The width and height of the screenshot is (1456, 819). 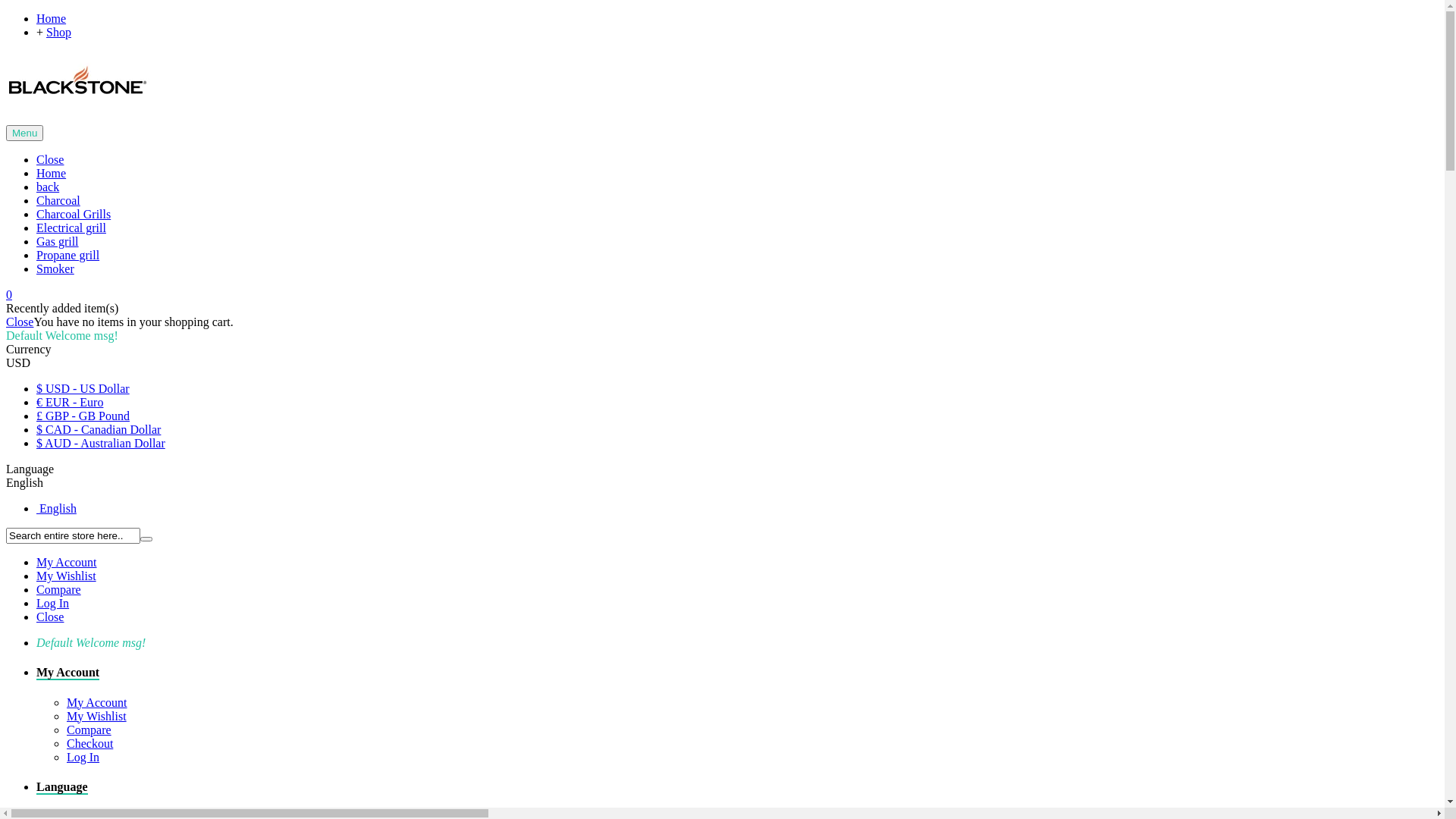 What do you see at coordinates (9, 294) in the screenshot?
I see `'0'` at bounding box center [9, 294].